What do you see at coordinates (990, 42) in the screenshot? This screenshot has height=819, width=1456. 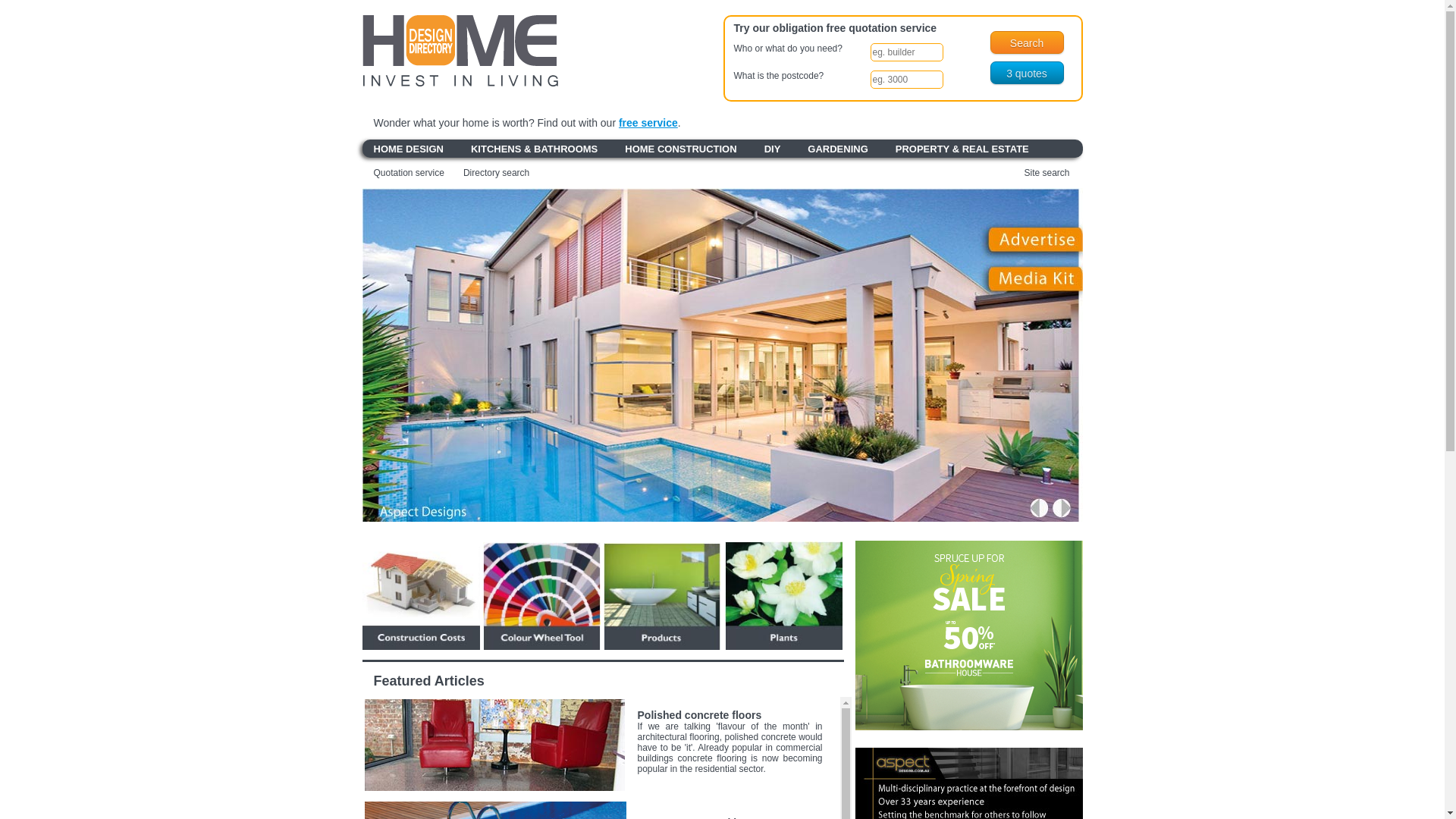 I see `'Search'` at bounding box center [990, 42].